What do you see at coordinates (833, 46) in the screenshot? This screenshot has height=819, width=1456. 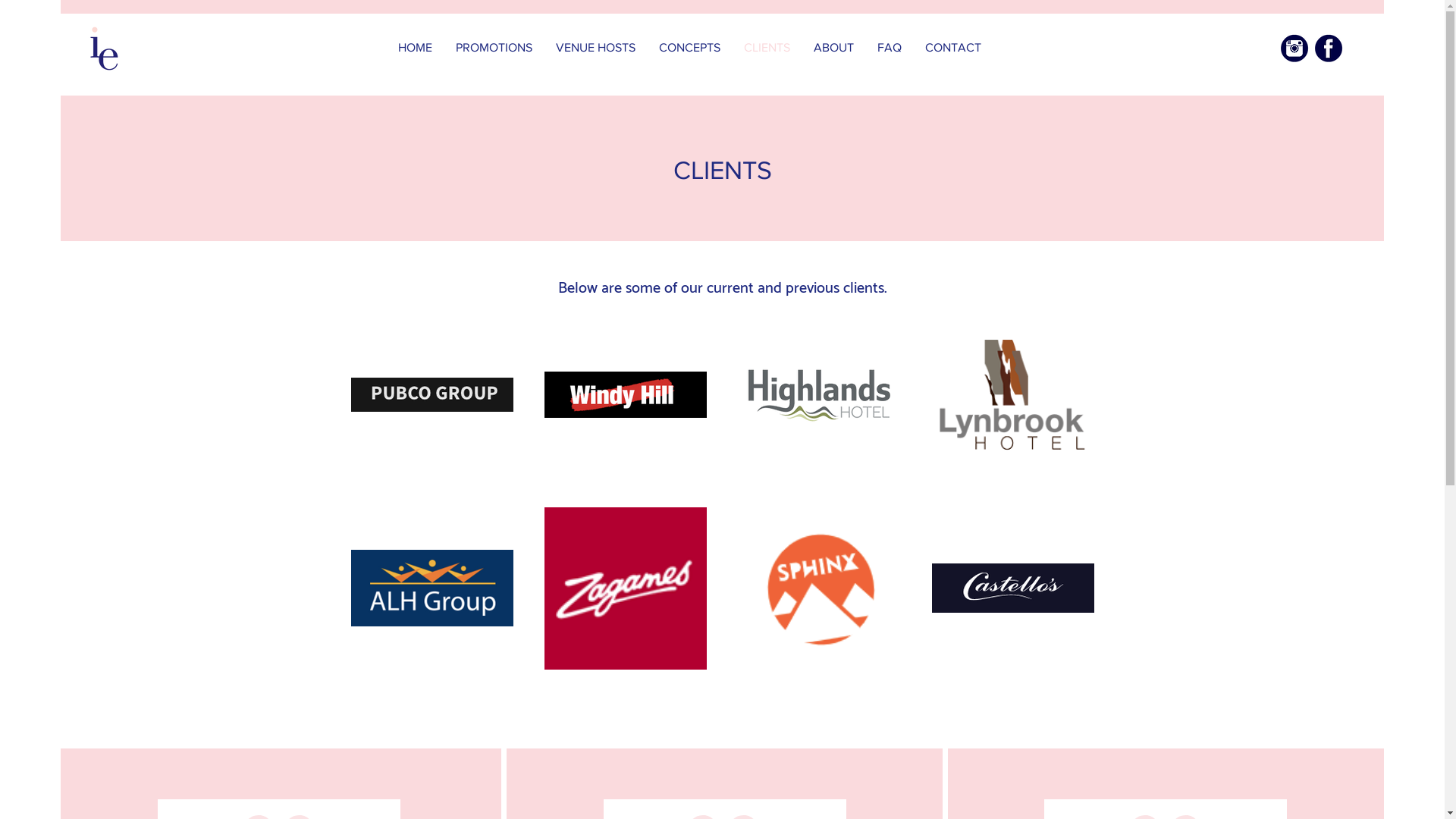 I see `'ABOUT'` at bounding box center [833, 46].